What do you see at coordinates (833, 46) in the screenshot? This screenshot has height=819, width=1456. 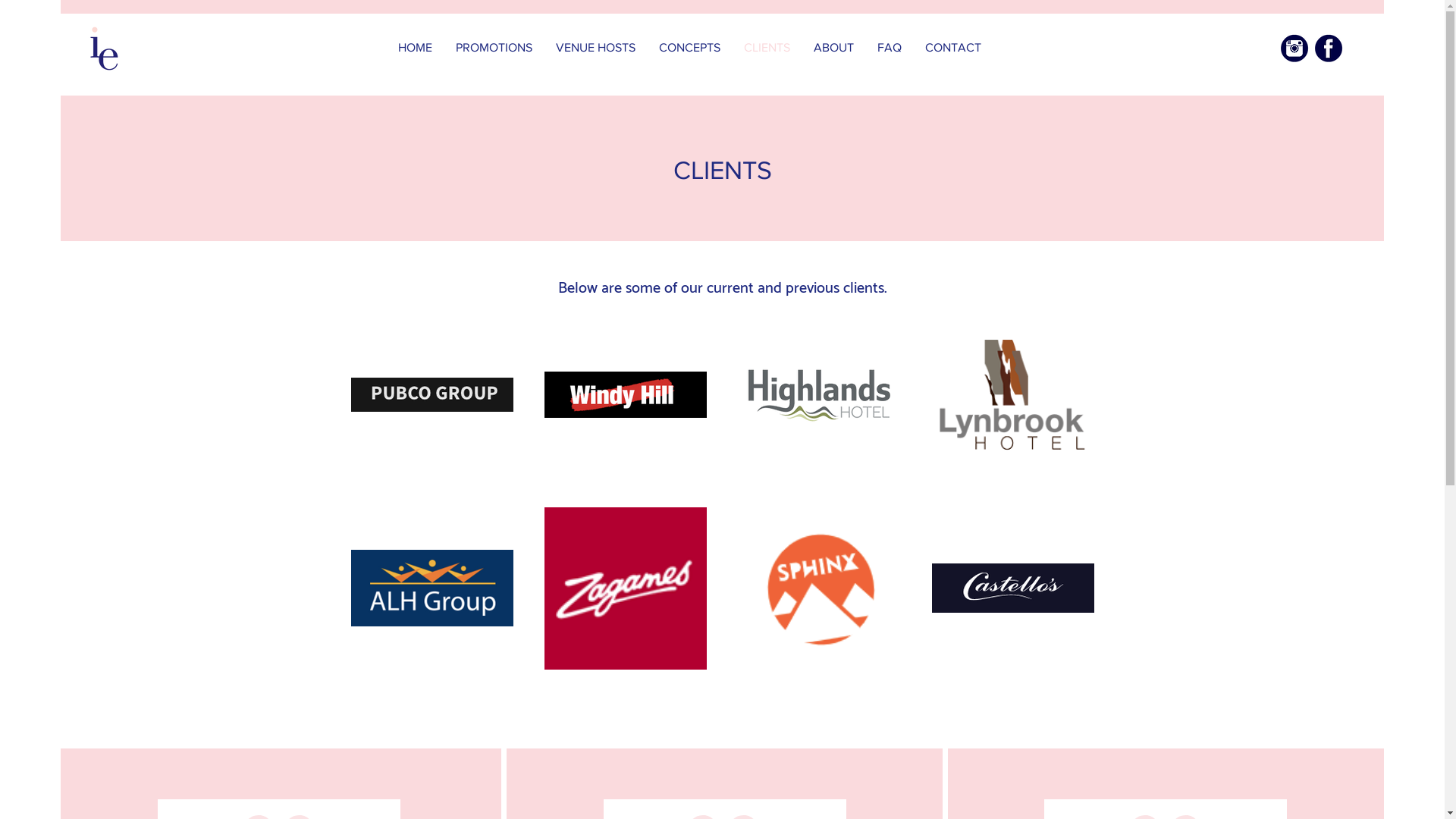 I see `'ABOUT'` at bounding box center [833, 46].